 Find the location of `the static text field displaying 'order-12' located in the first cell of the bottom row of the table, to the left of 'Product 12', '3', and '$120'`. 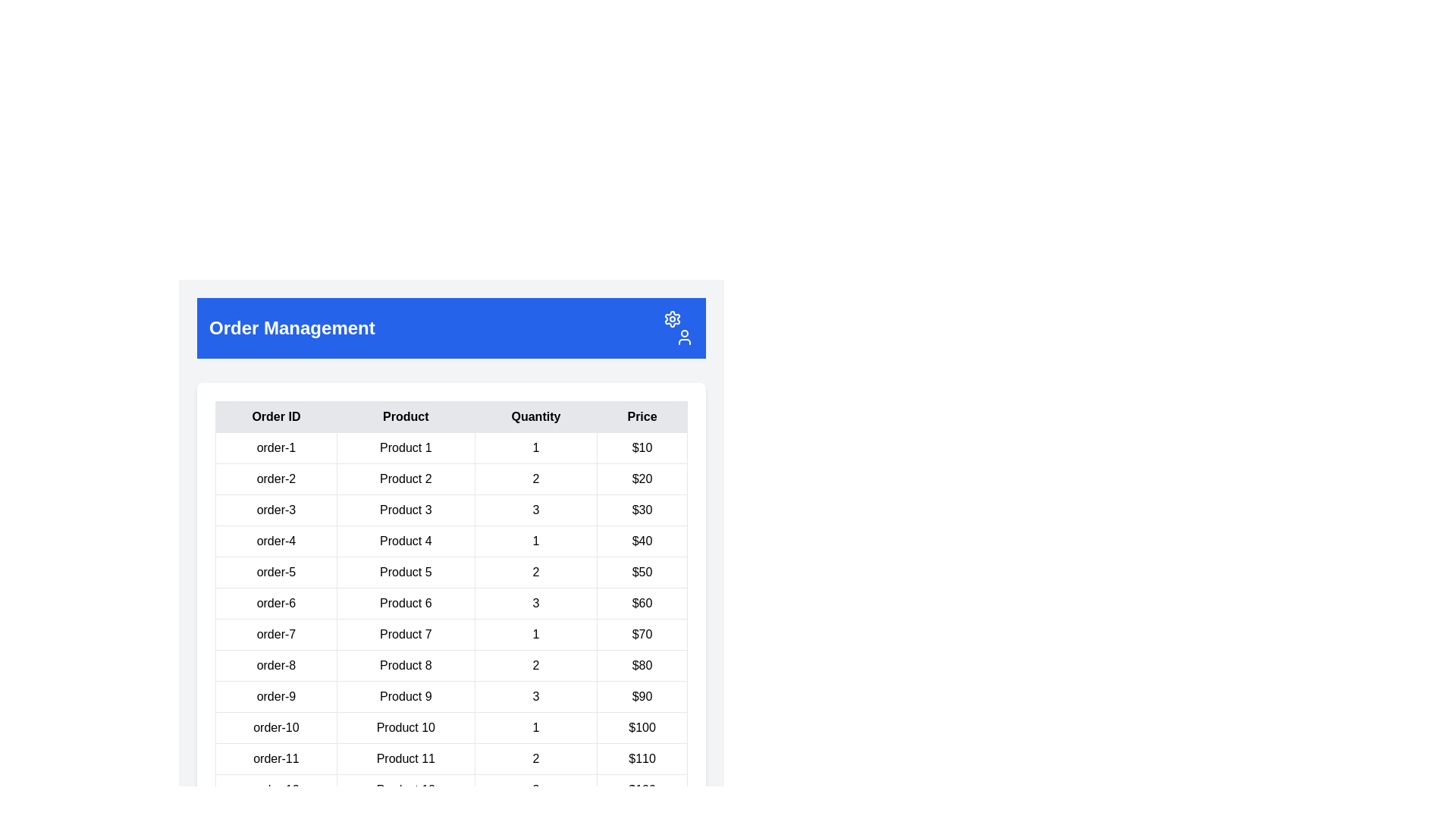

the static text field displaying 'order-12' located in the first cell of the bottom row of the table, to the left of 'Product 12', '3', and '$120' is located at coordinates (276, 789).